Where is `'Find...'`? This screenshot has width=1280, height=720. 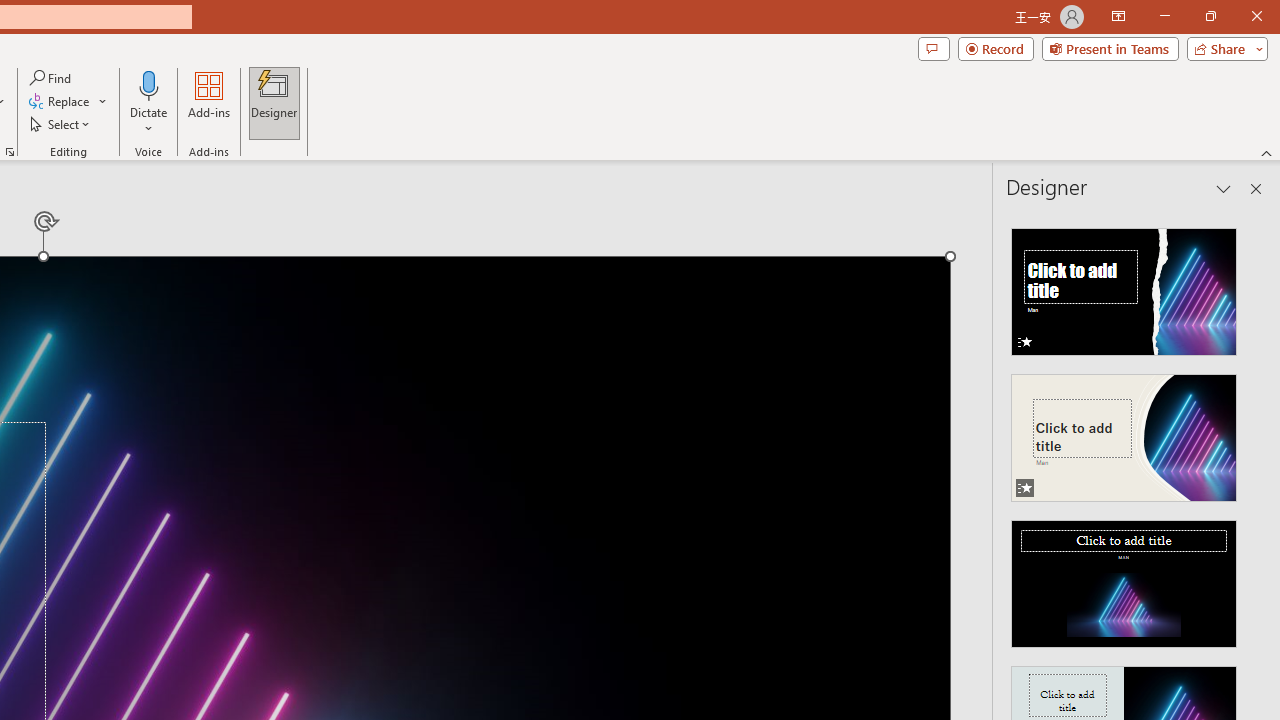 'Find...' is located at coordinates (51, 77).